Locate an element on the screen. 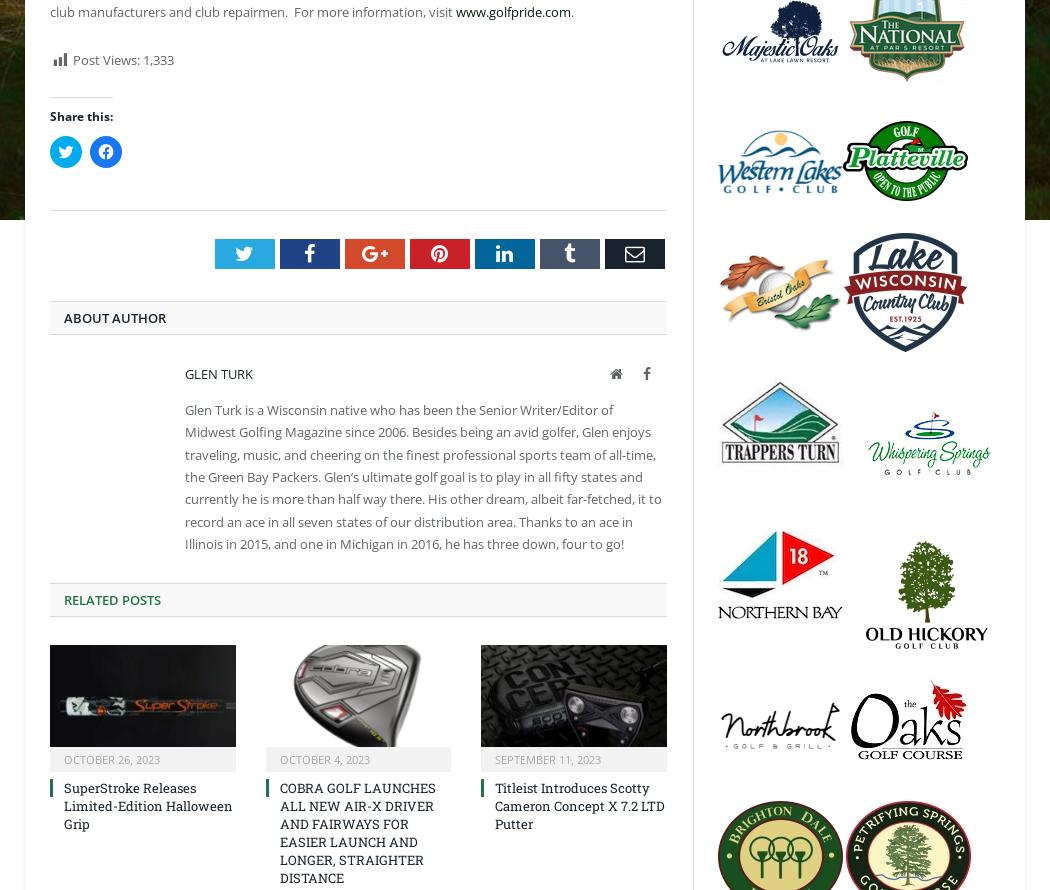  'COBRA GOLF LAUNCHES ALL NEW AIR-X DRIVER AND FAIRWAYS FOR EASIER LAUNCH AND LONGER, STRAIGHTER DISTANCE' is located at coordinates (356, 831).